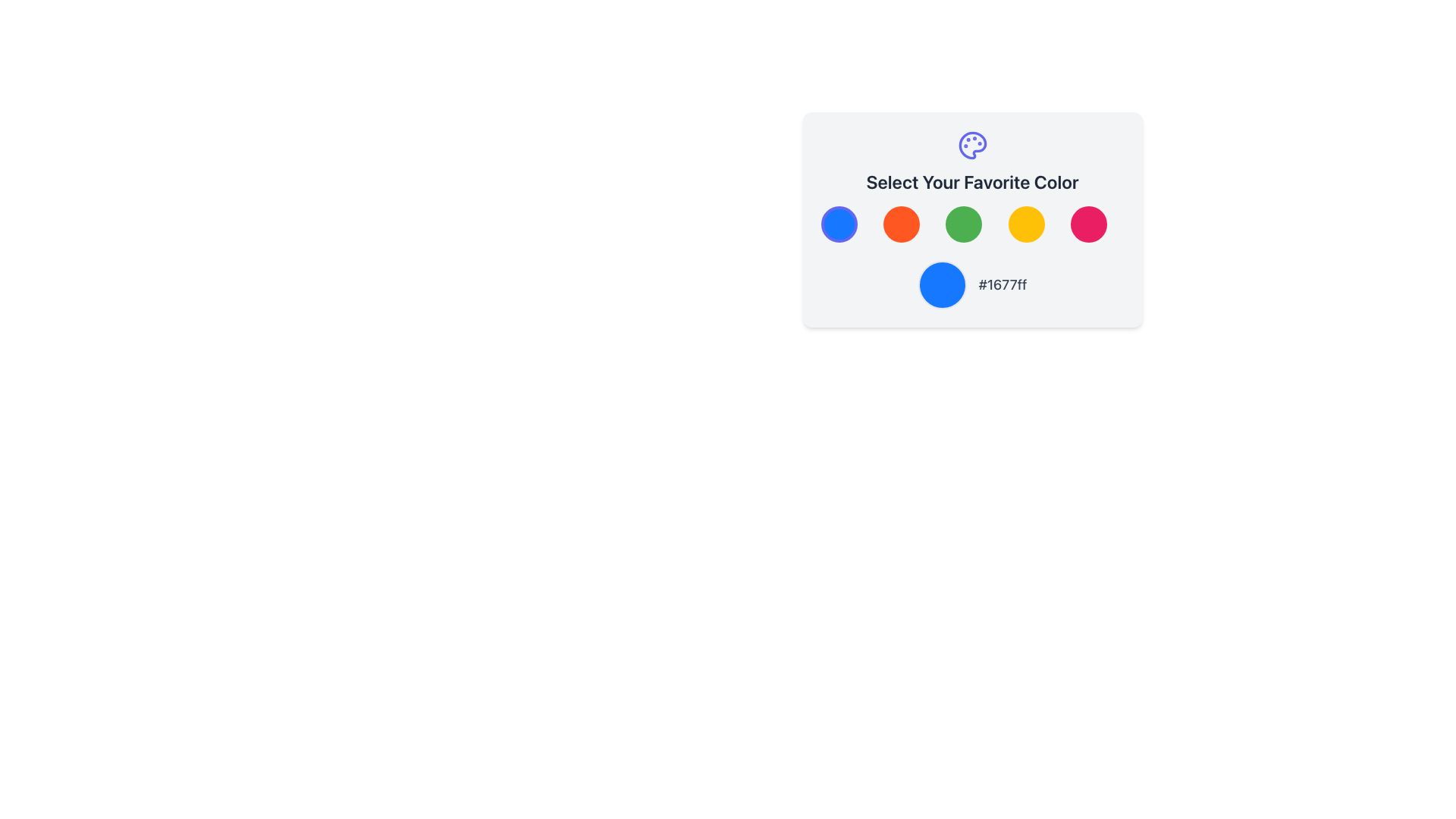  What do you see at coordinates (972, 146) in the screenshot?
I see `the color selection icon located at the top of the card, which is centered above the text 'Select Your Favorite Color'` at bounding box center [972, 146].